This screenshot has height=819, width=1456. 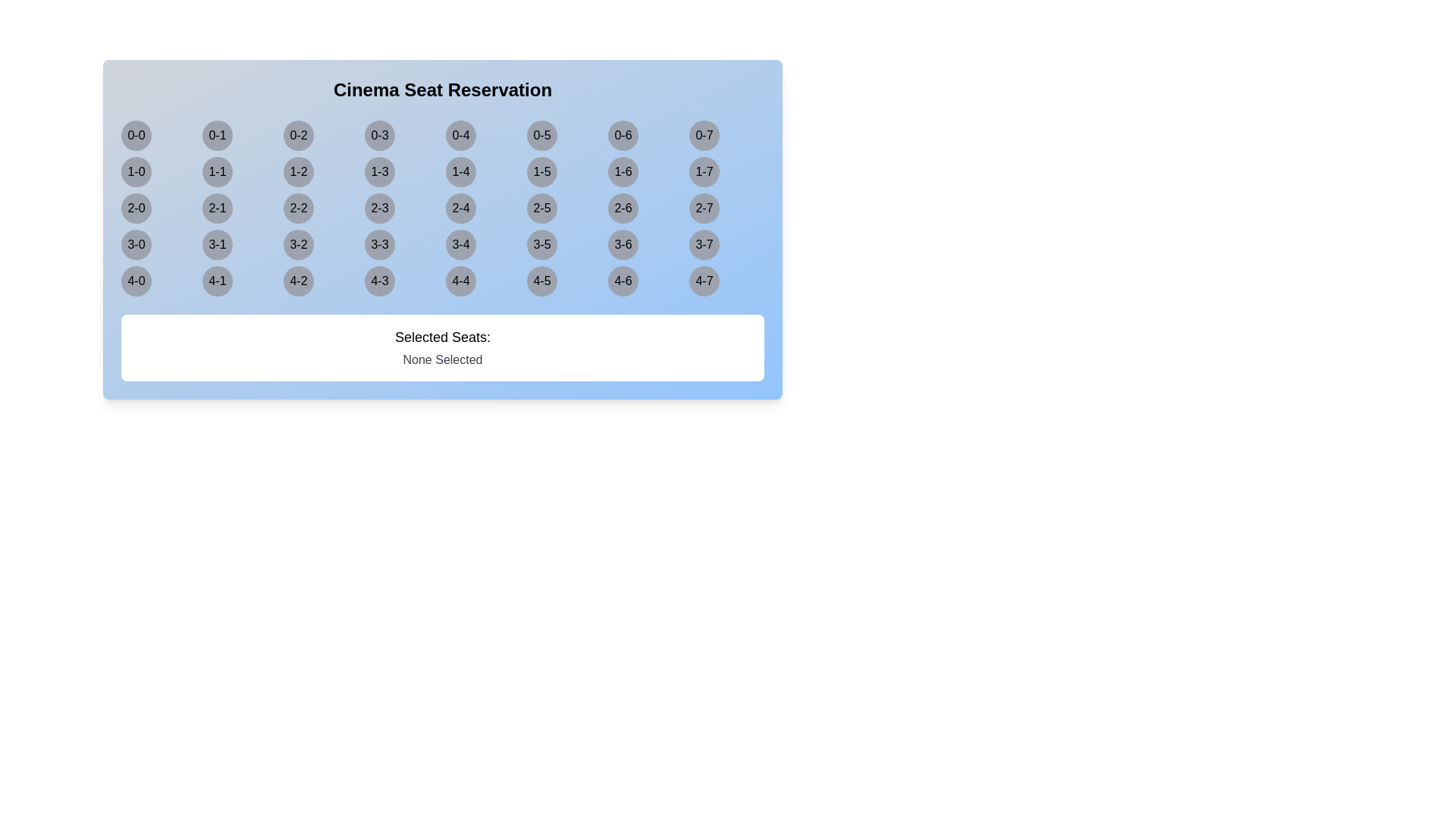 What do you see at coordinates (704, 208) in the screenshot?
I see `the circular button labeled '2-7' with a gray background located at the third row and eighth column of the grid` at bounding box center [704, 208].